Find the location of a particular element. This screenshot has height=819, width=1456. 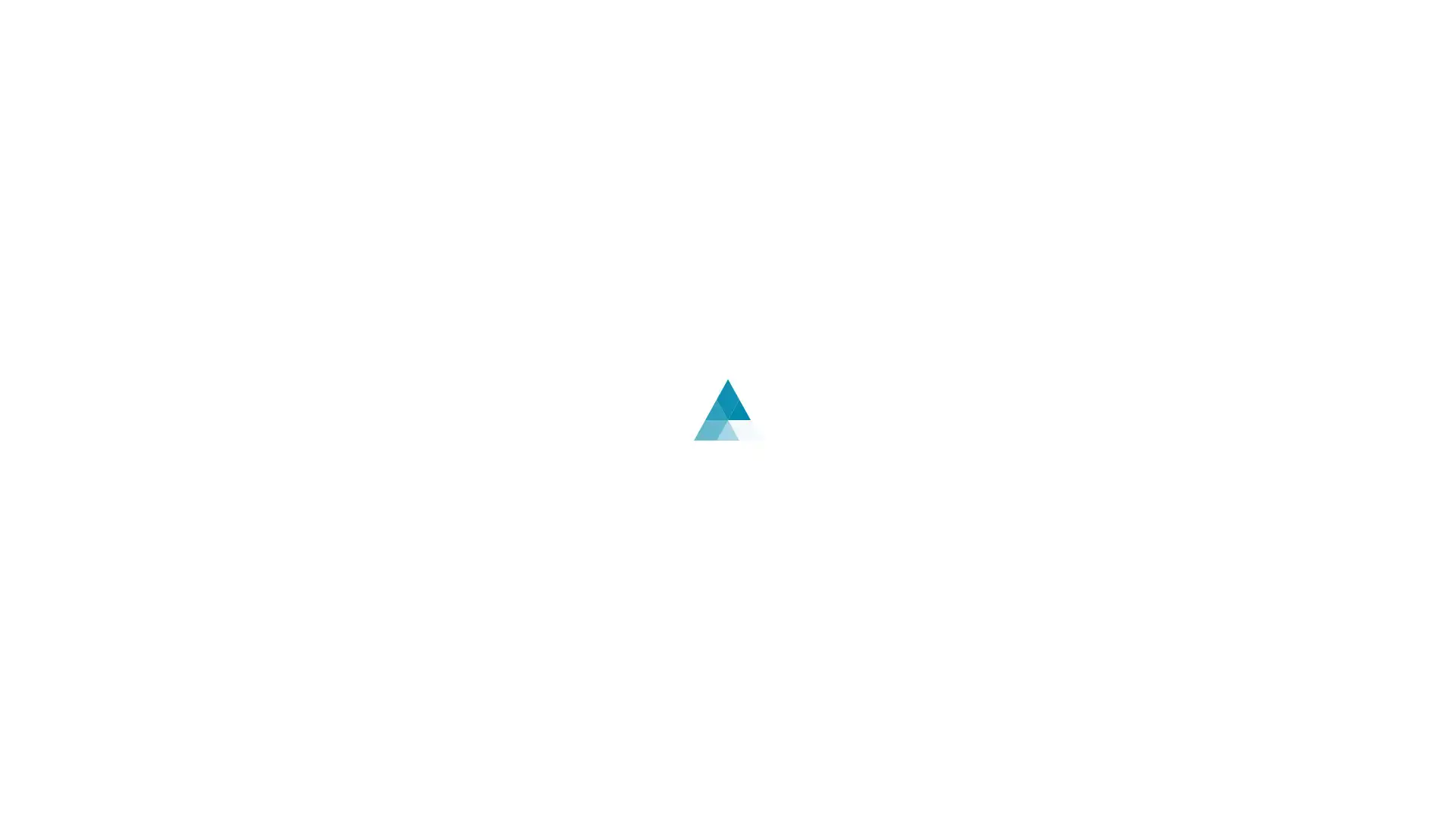

English is located at coordinates (875, 580).